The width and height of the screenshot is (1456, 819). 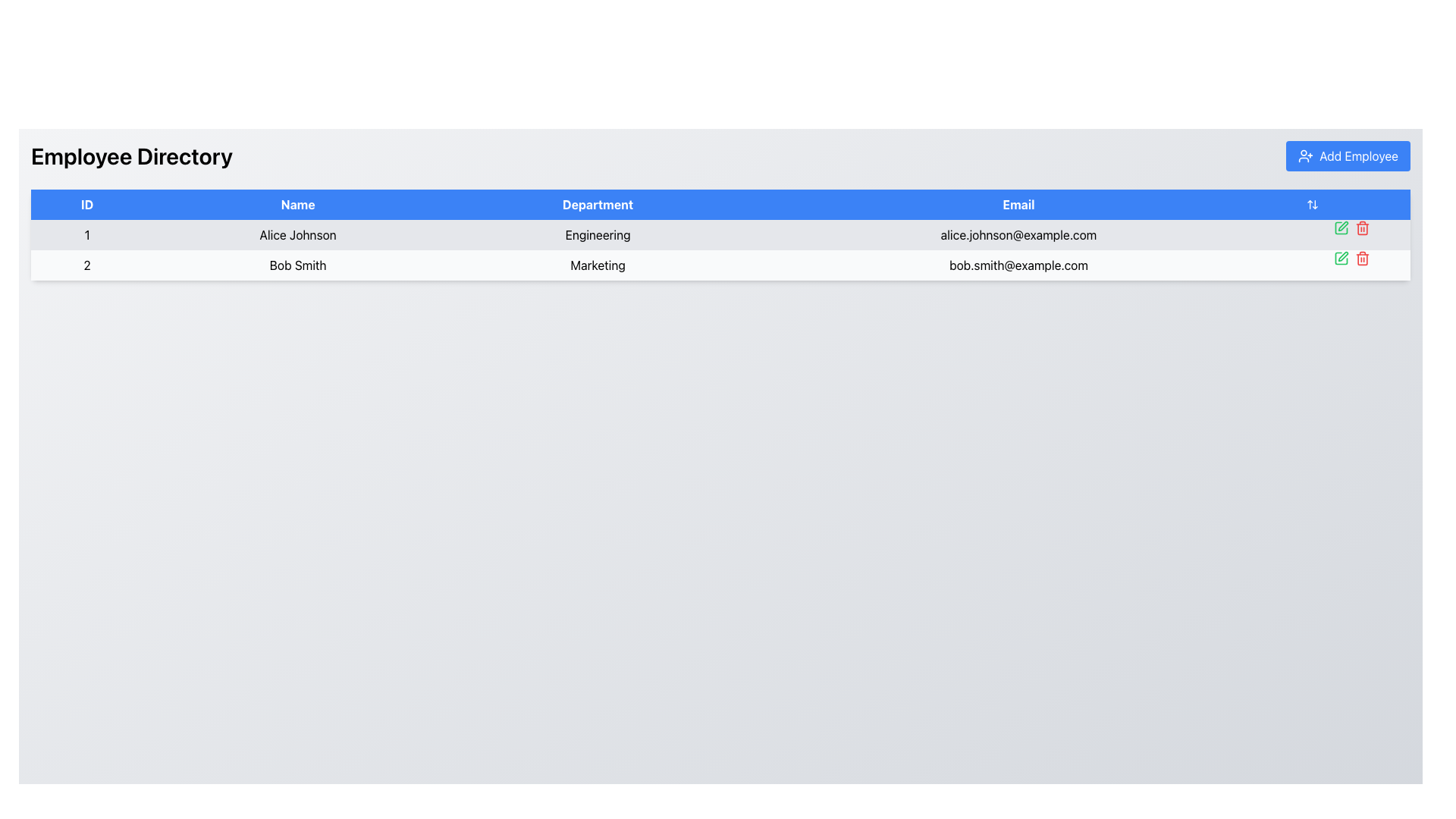 I want to click on the table cell in the first row under the 'ID' column, which identifies the row corresponding to 'Alice Johnson', so click(x=86, y=234).